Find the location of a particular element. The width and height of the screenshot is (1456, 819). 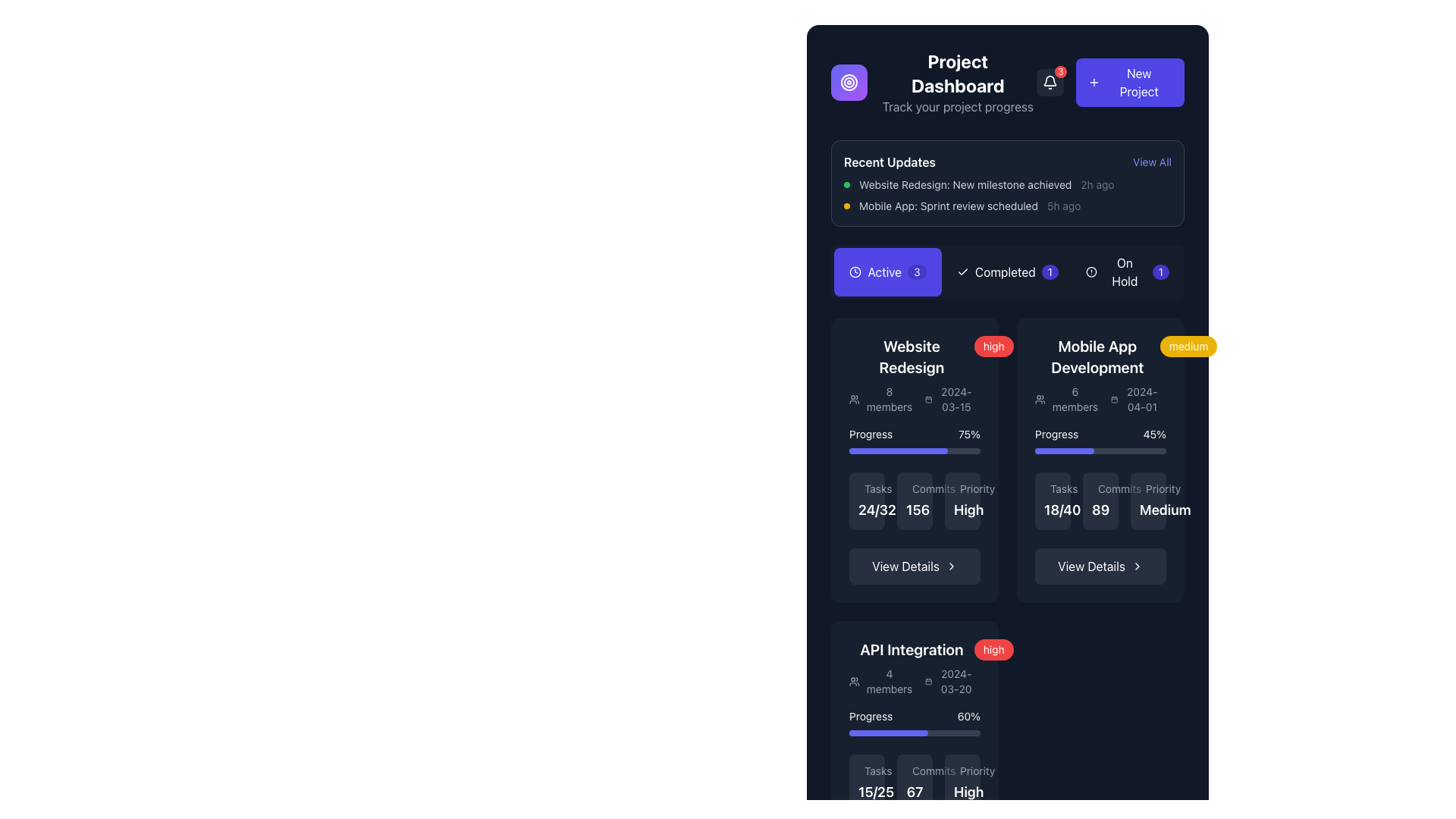

the completion status of the Progress bar located below the 'Progress 45%' text in the 'Mobile App Development' section is located at coordinates (1100, 450).